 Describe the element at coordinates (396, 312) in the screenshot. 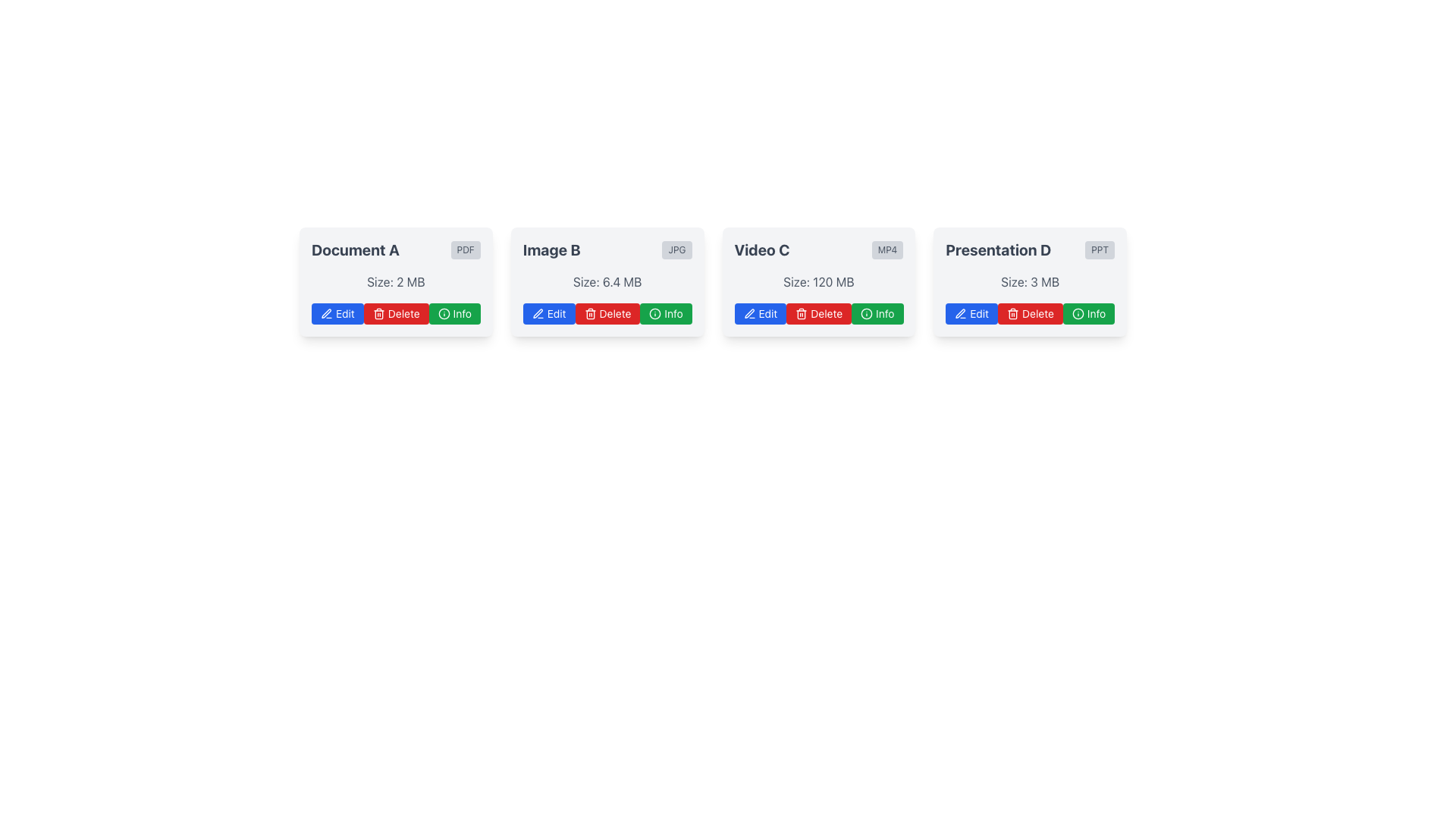

I see `the delete button located in the second position of a horizontal row of three buttons, between the 'Edit' and 'Info' buttons, to observe the hover effect` at that location.